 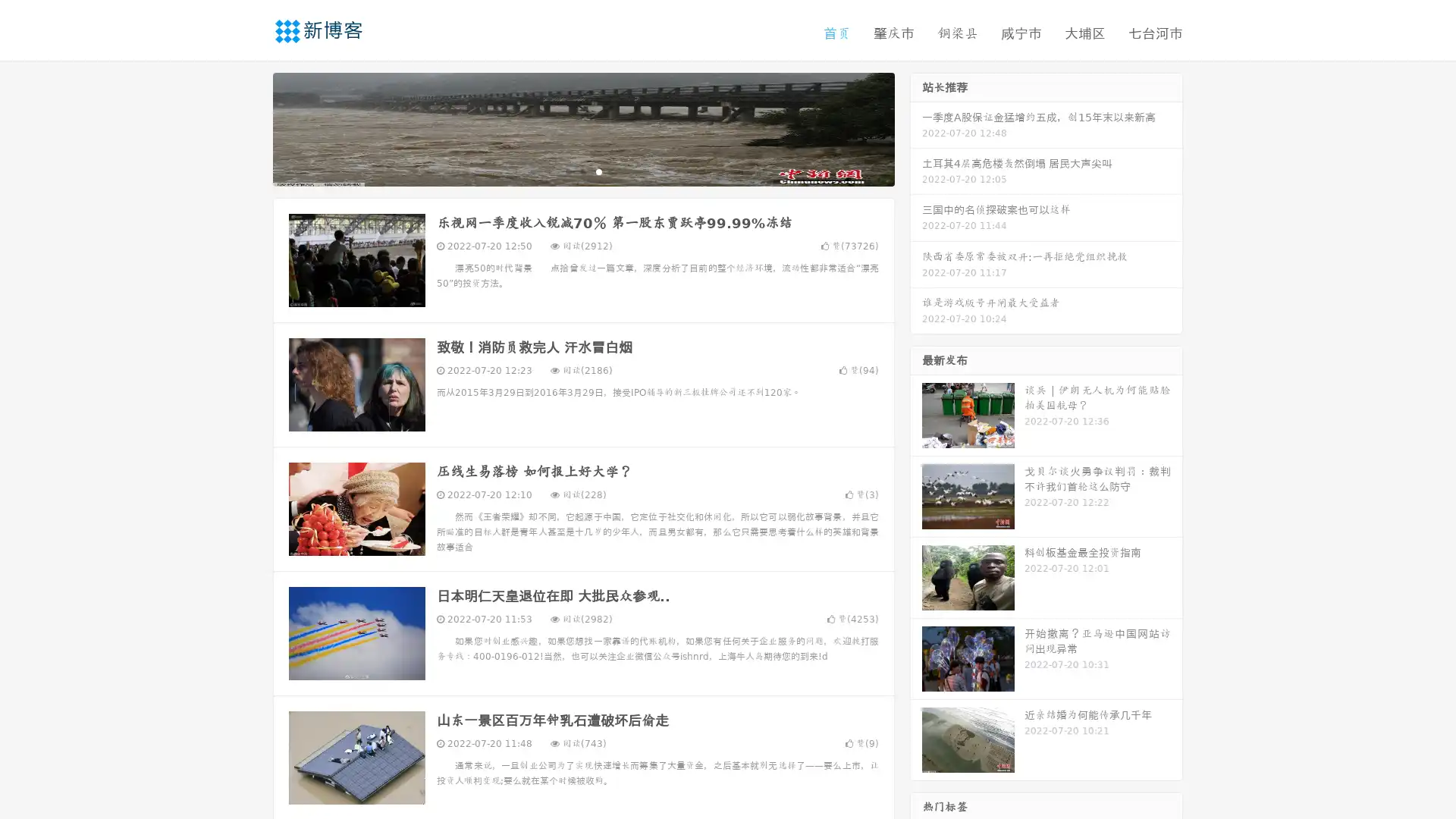 I want to click on Go to slide 2, so click(x=582, y=171).